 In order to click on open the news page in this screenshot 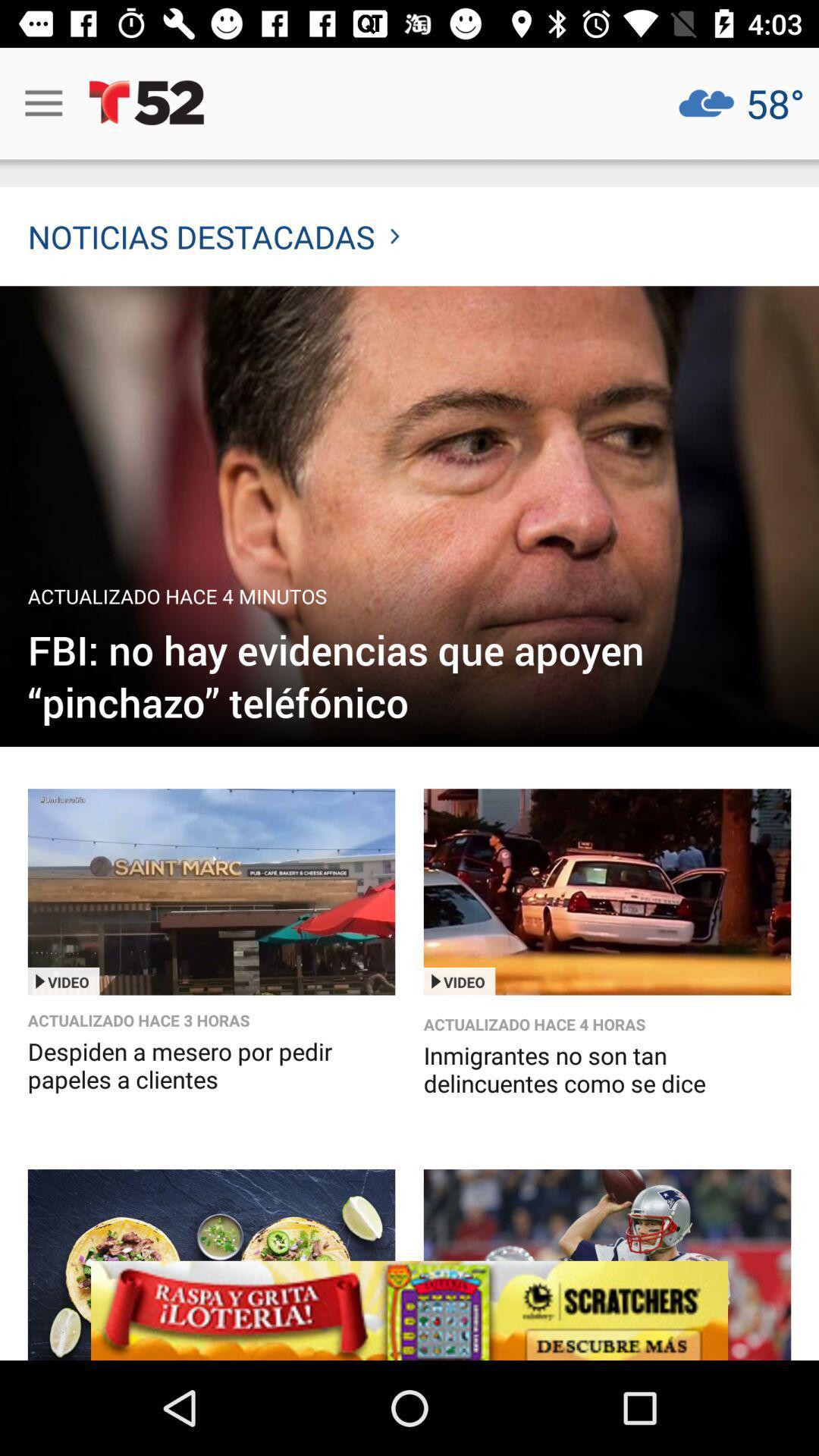, I will do `click(409, 516)`.